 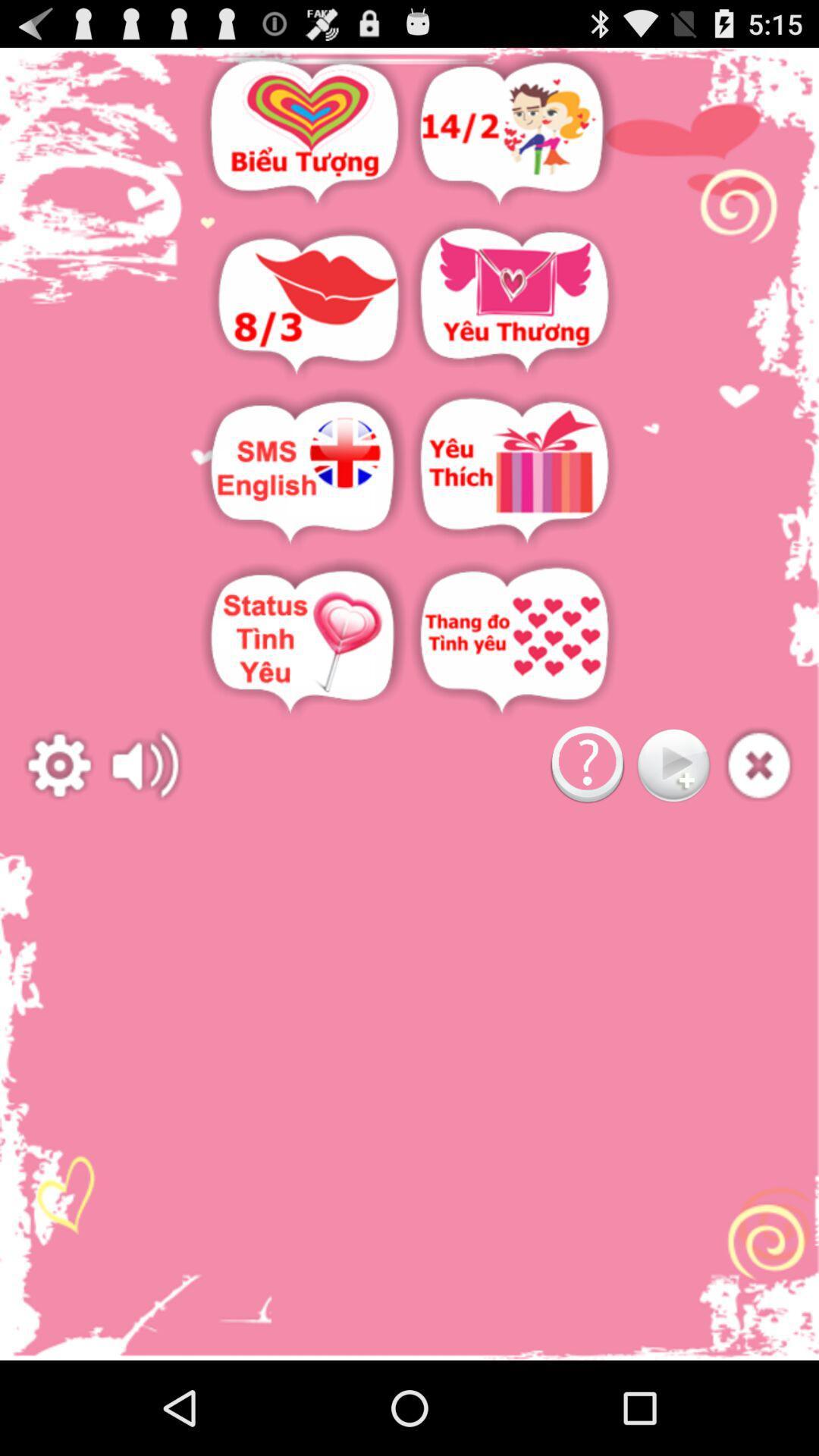 What do you see at coordinates (672, 765) in the screenshot?
I see `next` at bounding box center [672, 765].